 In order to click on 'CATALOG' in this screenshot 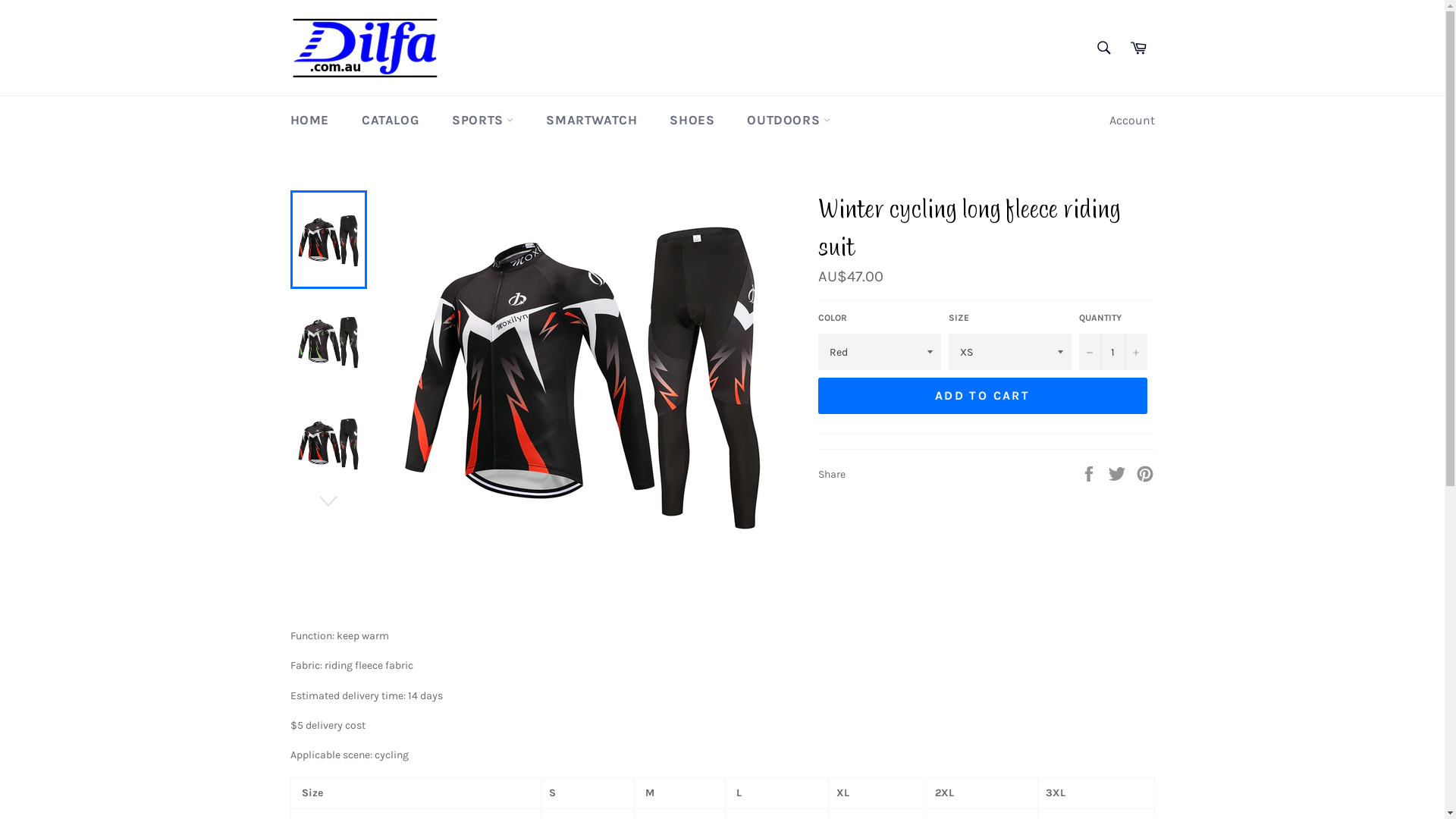, I will do `click(390, 119)`.